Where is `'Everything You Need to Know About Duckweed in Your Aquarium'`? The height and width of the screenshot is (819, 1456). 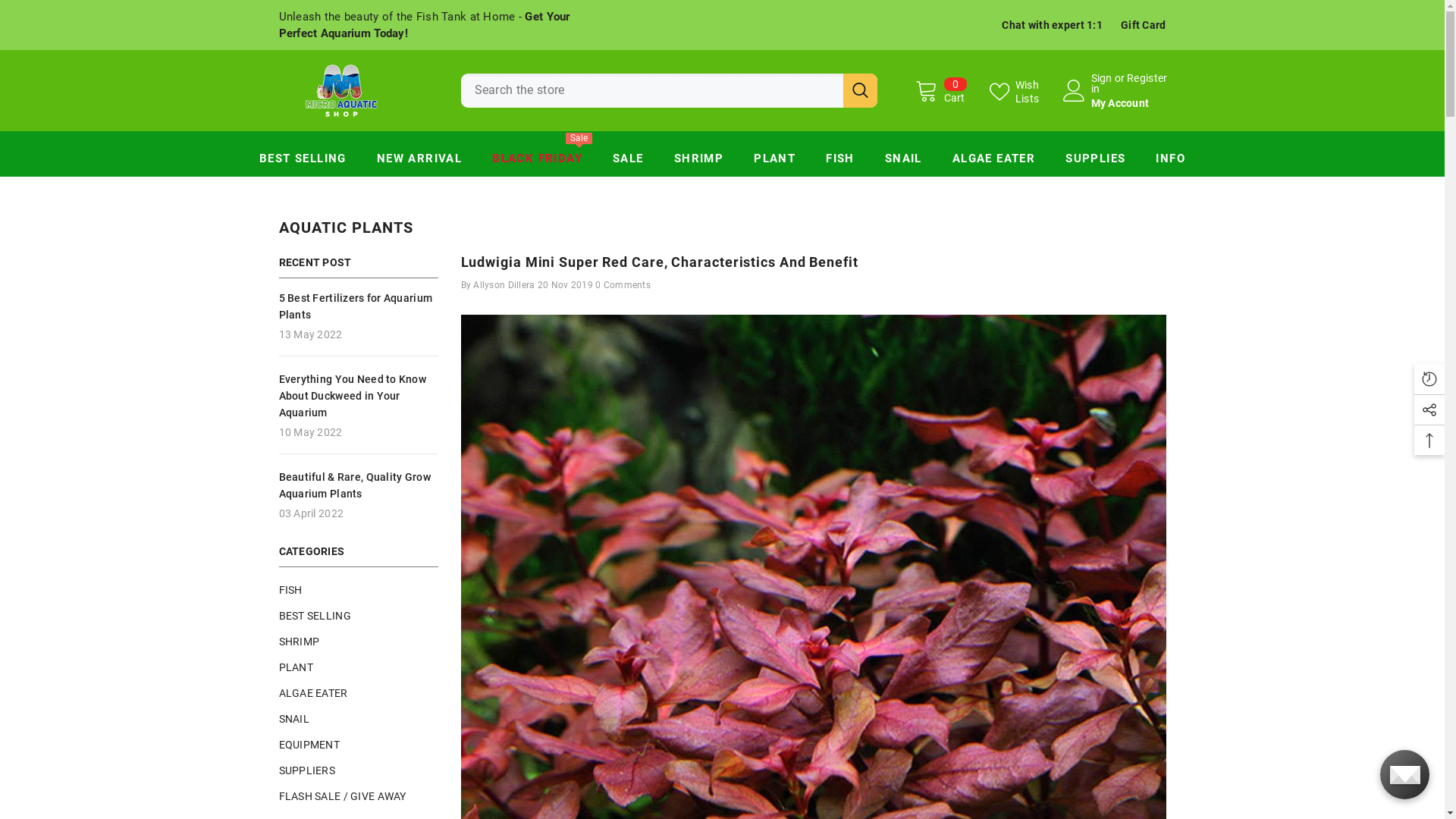
'Everything You Need to Know About Duckweed in Your Aquarium' is located at coordinates (358, 394).